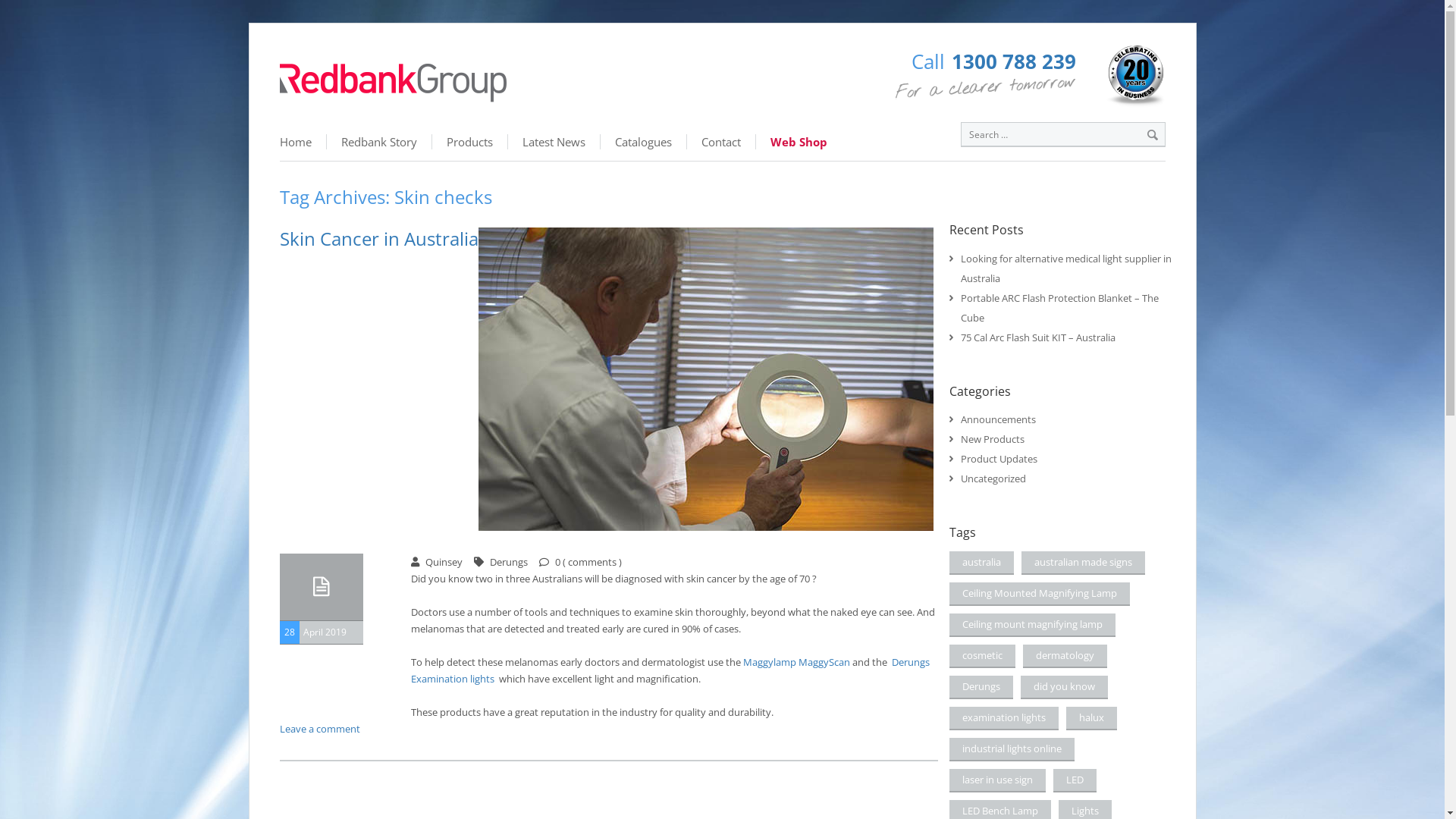  I want to click on 'dermatology', so click(1064, 655).